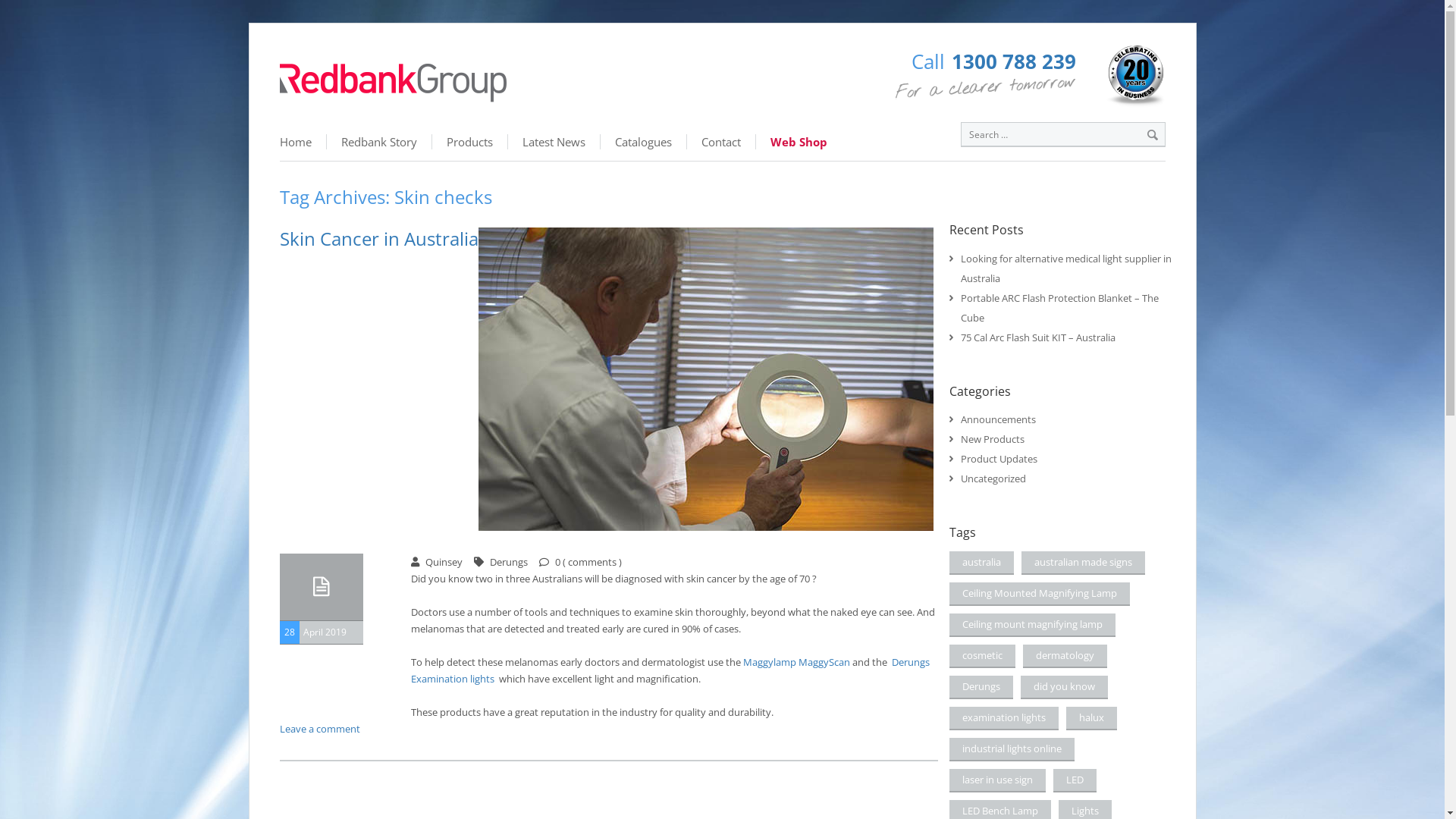  I want to click on 'dermatology', so click(1064, 655).